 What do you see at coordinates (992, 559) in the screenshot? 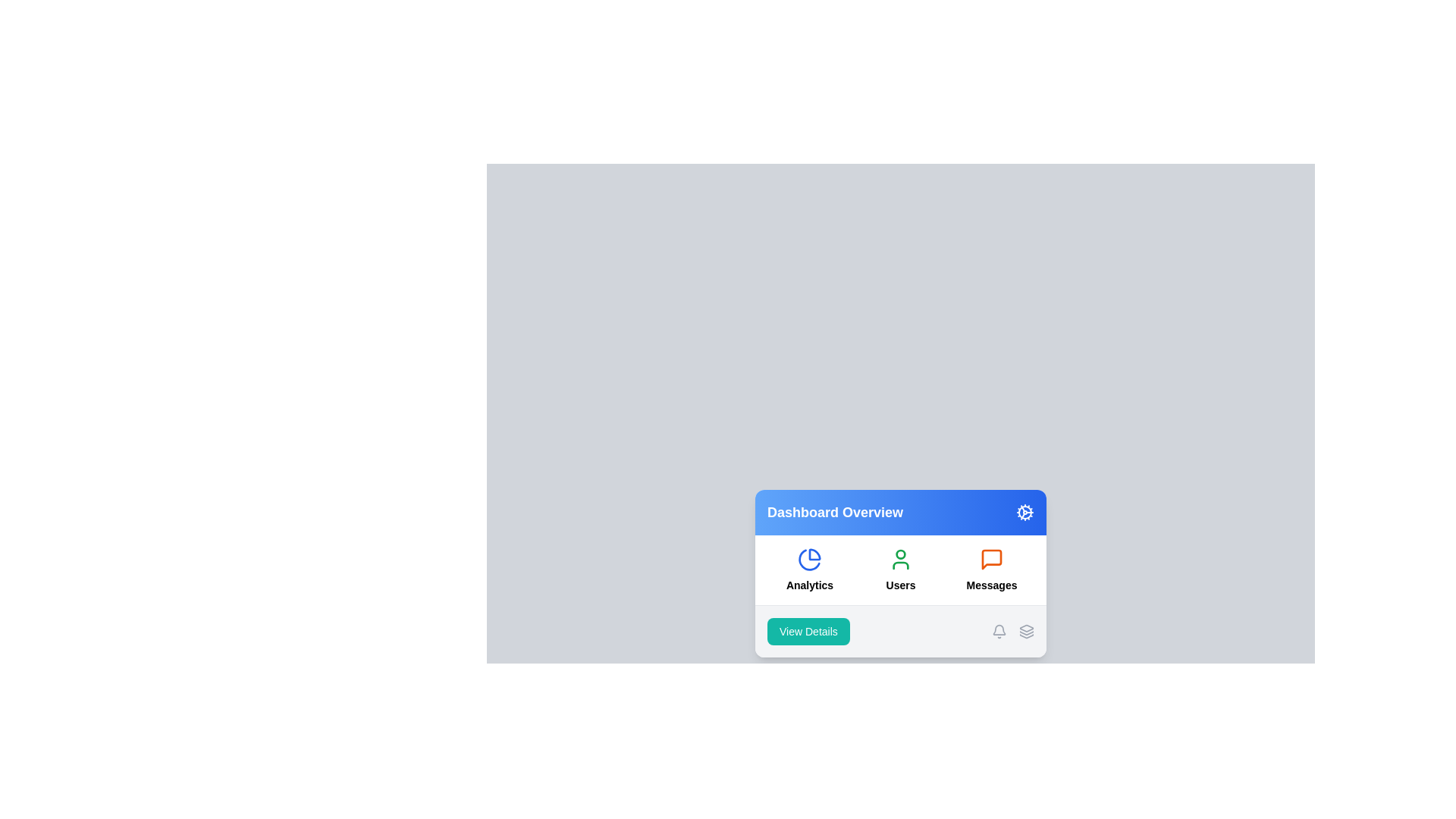
I see `the orange chat message bubble icon representing 'Messages' within the 'Dashboard Overview' card` at bounding box center [992, 559].